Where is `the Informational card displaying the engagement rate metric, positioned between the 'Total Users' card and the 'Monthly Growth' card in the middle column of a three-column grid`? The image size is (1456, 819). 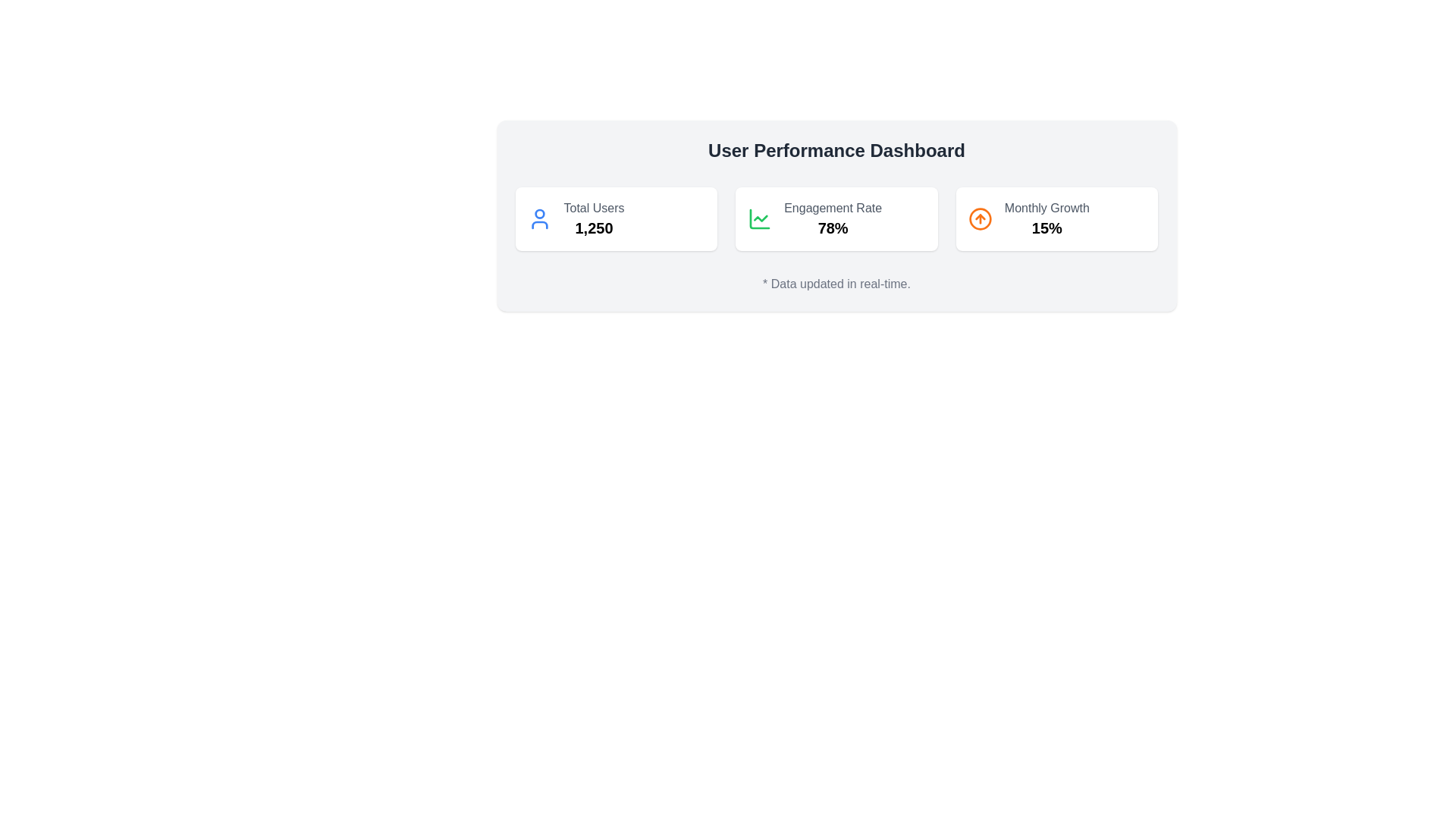
the Informational card displaying the engagement rate metric, positioned between the 'Total Users' card and the 'Monthly Growth' card in the middle column of a three-column grid is located at coordinates (836, 219).